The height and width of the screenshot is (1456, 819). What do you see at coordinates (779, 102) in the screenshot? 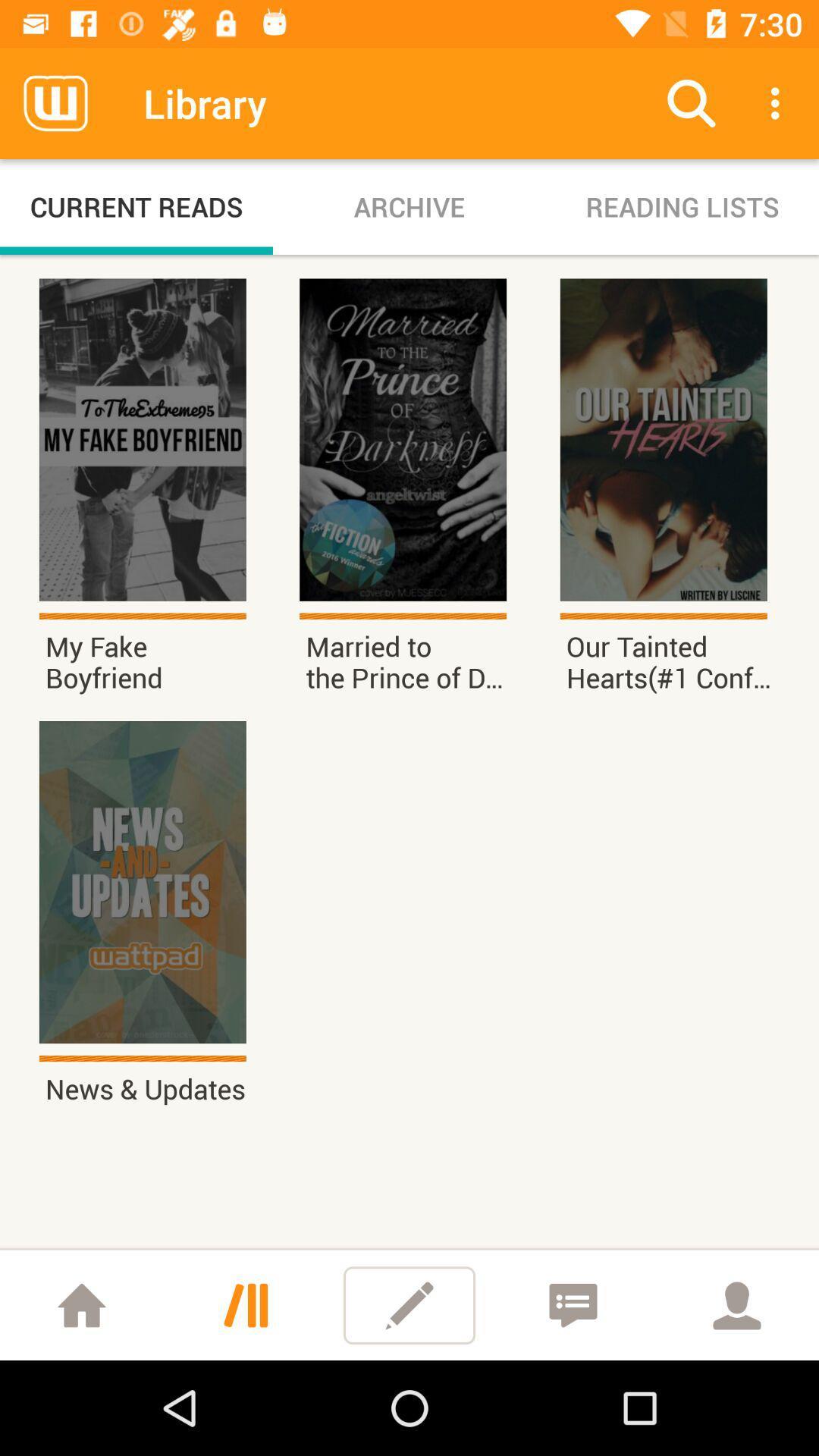
I see `icon above the reading lists` at bounding box center [779, 102].